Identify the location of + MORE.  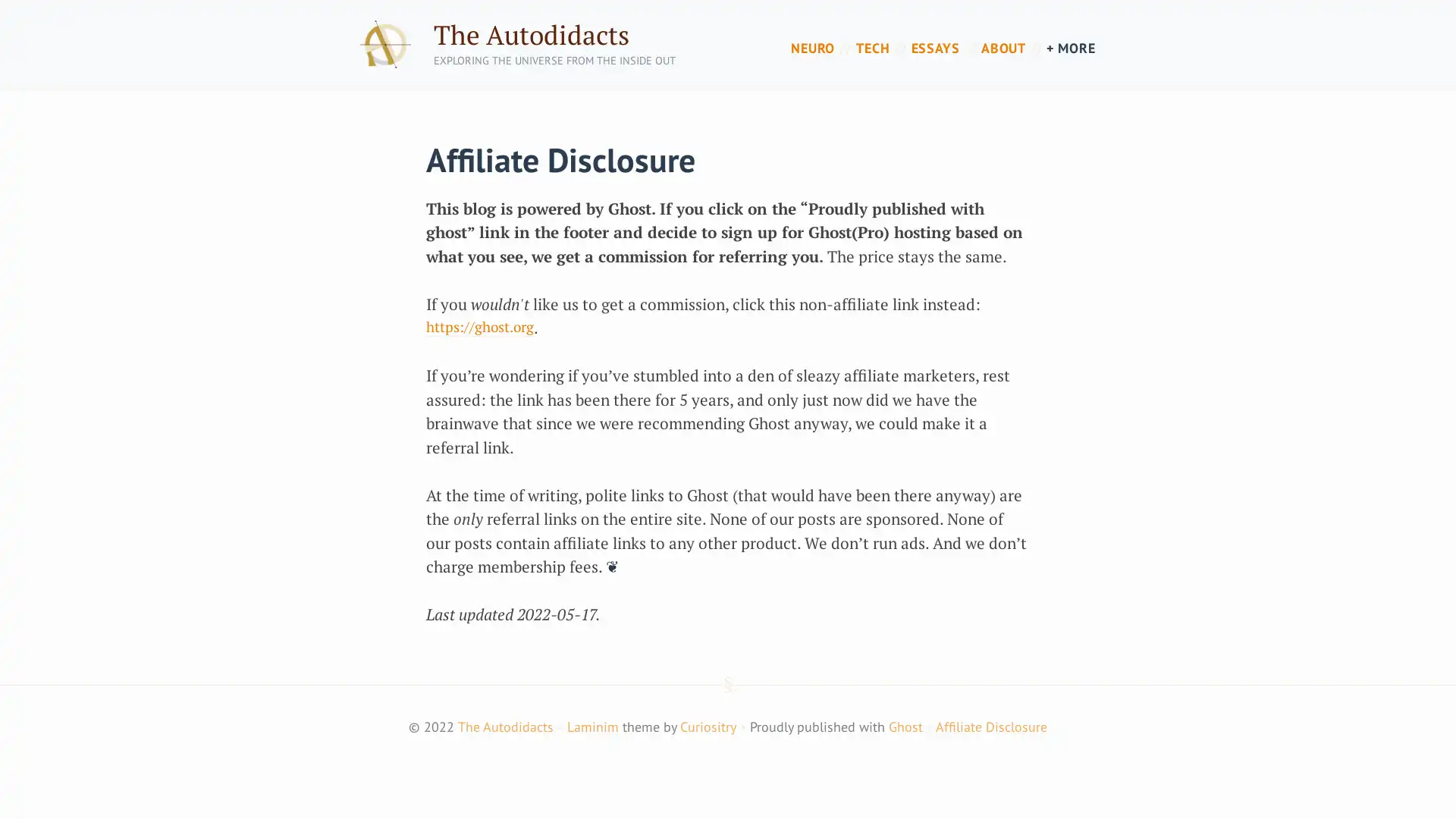
(1068, 46).